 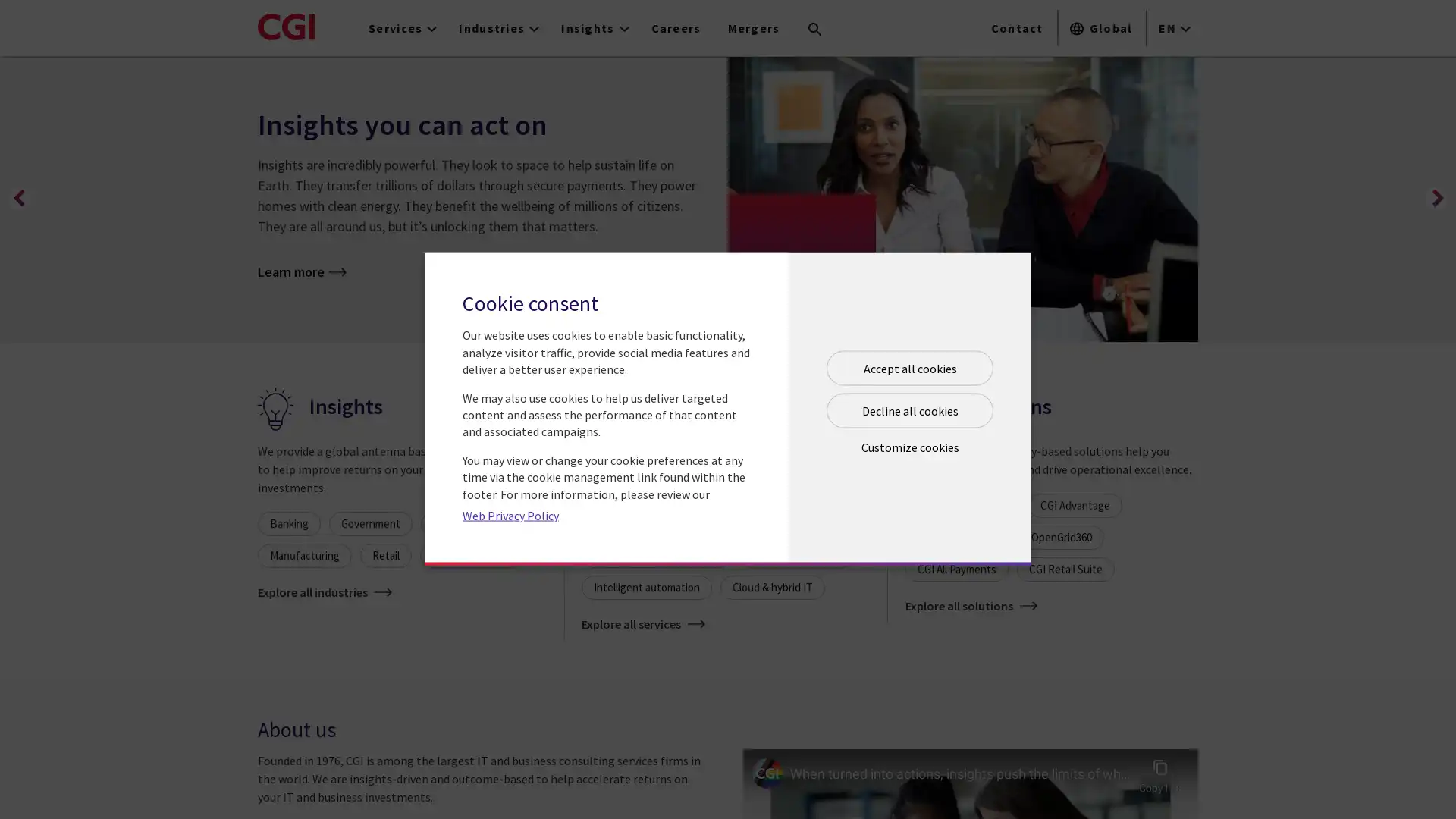 I want to click on Web Privacy Policy, so click(x=510, y=513).